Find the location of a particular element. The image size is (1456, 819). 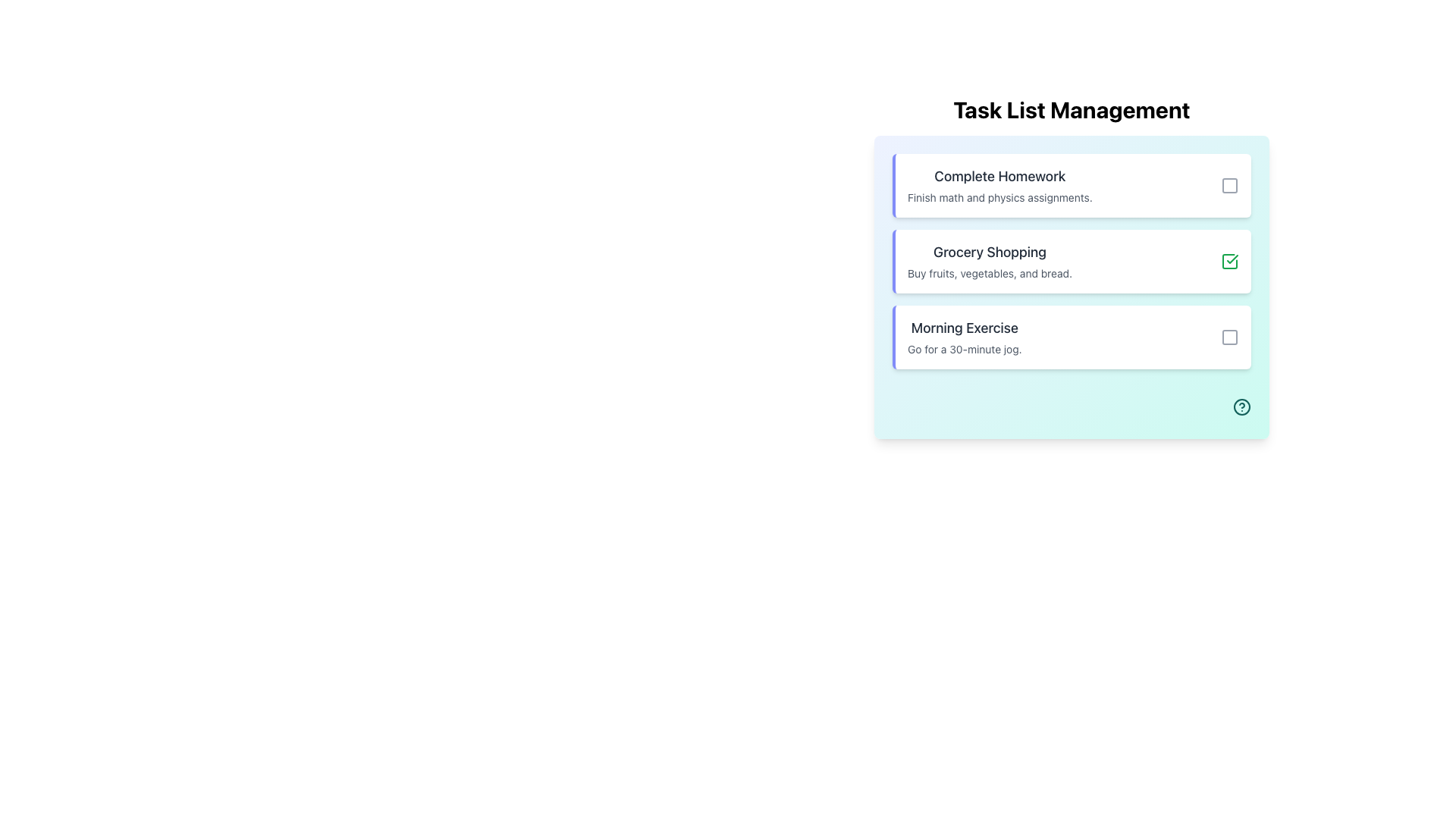

the help or information indicator icon located at the bottom-right corner of the card layout, adjacent to the task list is located at coordinates (1241, 406).